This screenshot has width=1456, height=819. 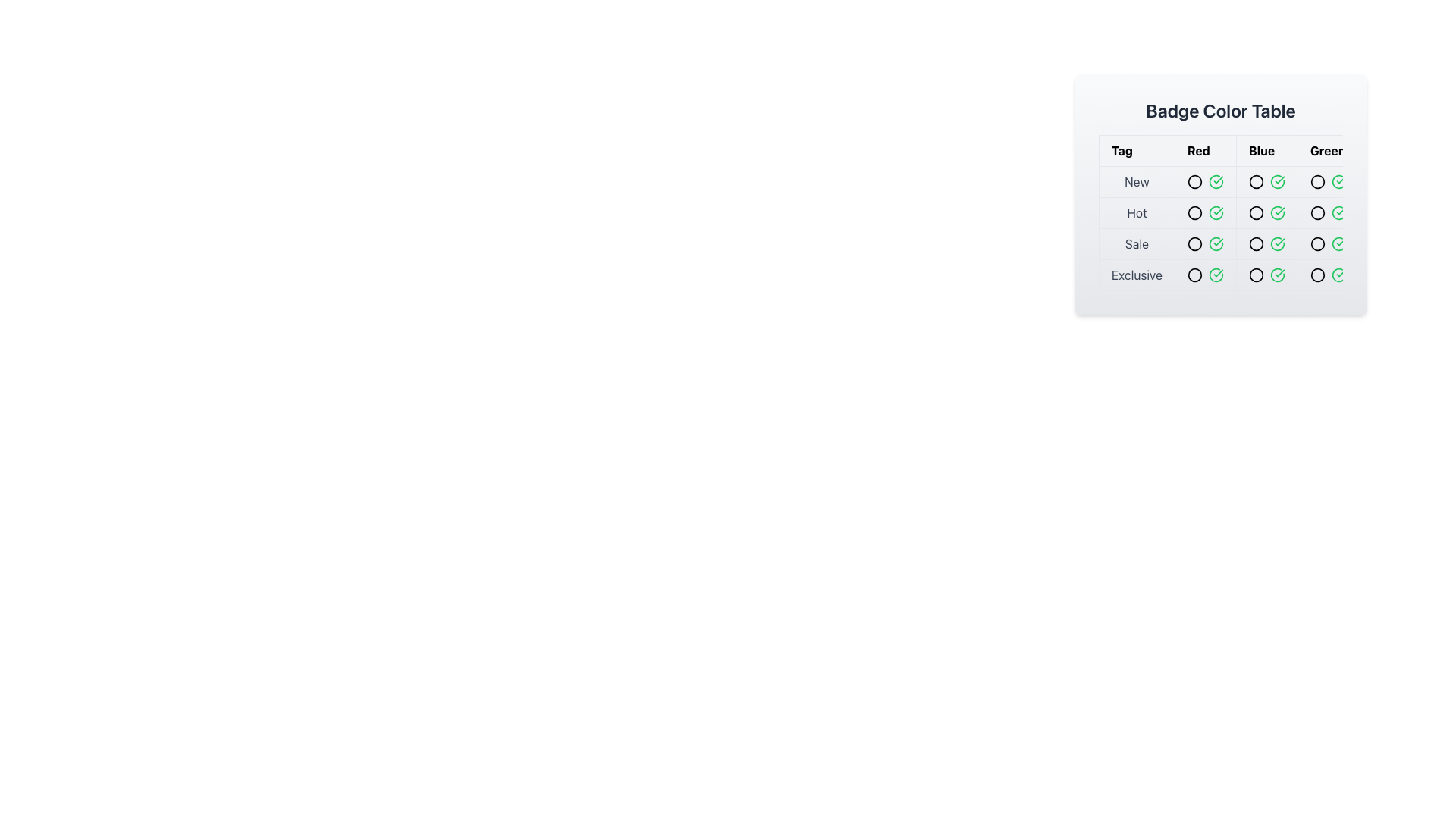 I want to click on the static blue circular icon in the 'Sale' row under the 'Blue' column of the badge color table, so click(x=1256, y=243).